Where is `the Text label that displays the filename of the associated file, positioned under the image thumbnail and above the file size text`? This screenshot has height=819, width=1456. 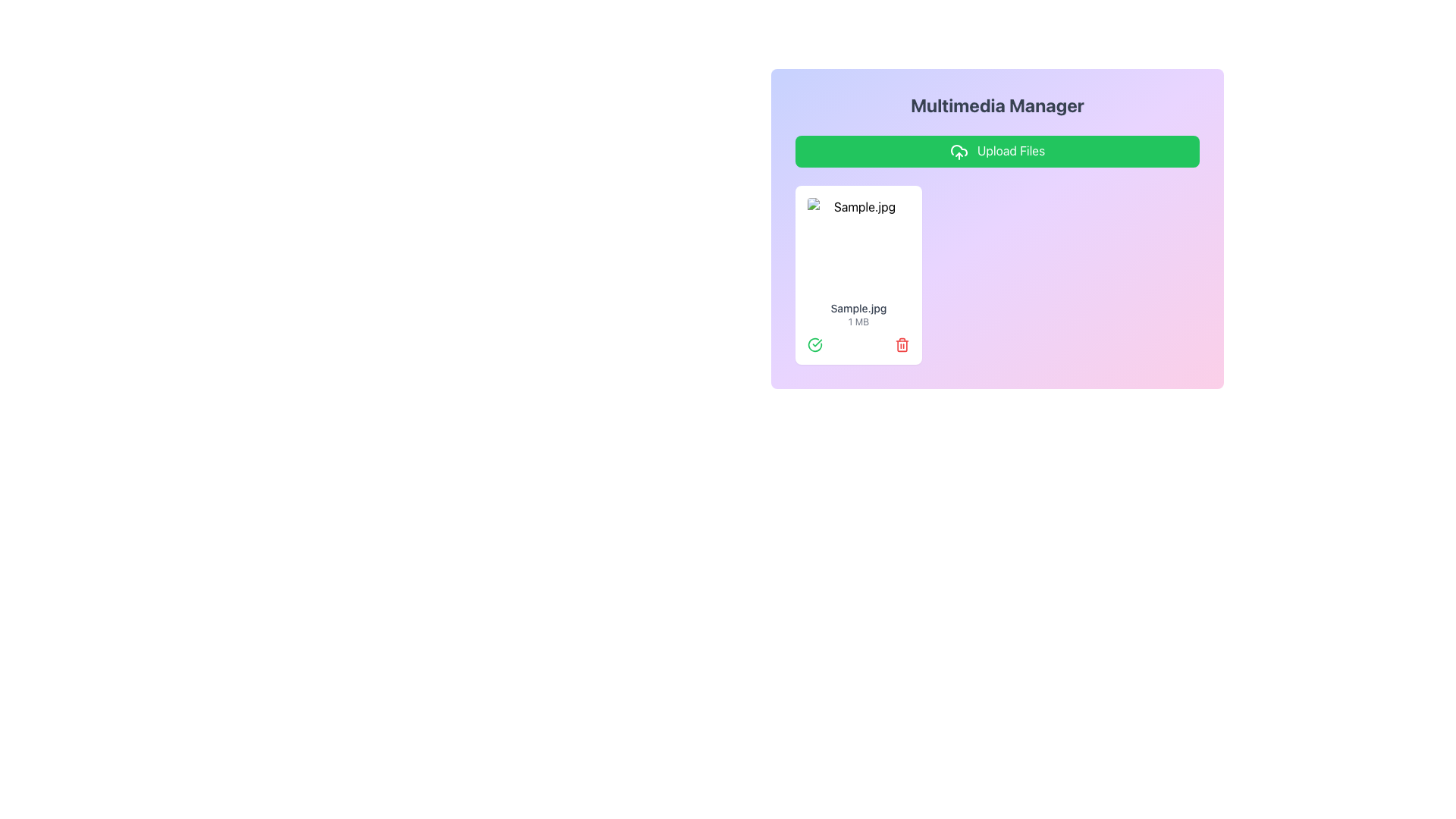
the Text label that displays the filename of the associated file, positioned under the image thumbnail and above the file size text is located at coordinates (858, 307).